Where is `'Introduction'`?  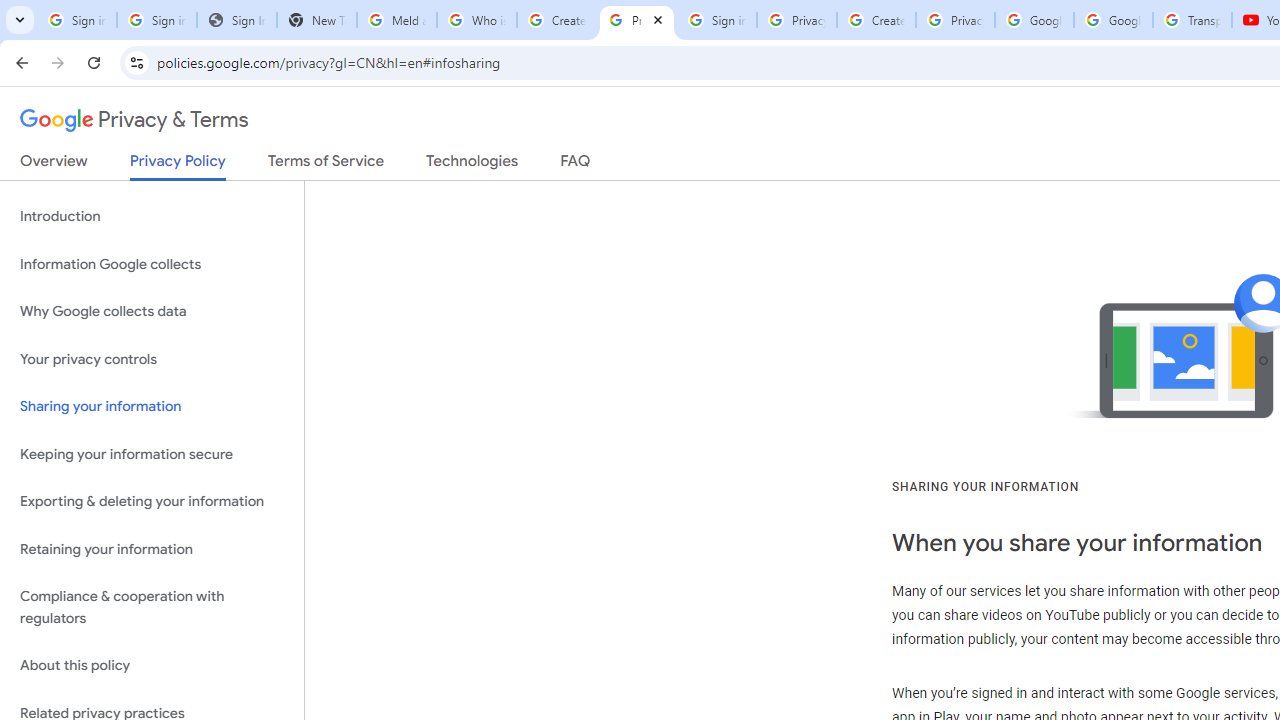
'Introduction' is located at coordinates (151, 217).